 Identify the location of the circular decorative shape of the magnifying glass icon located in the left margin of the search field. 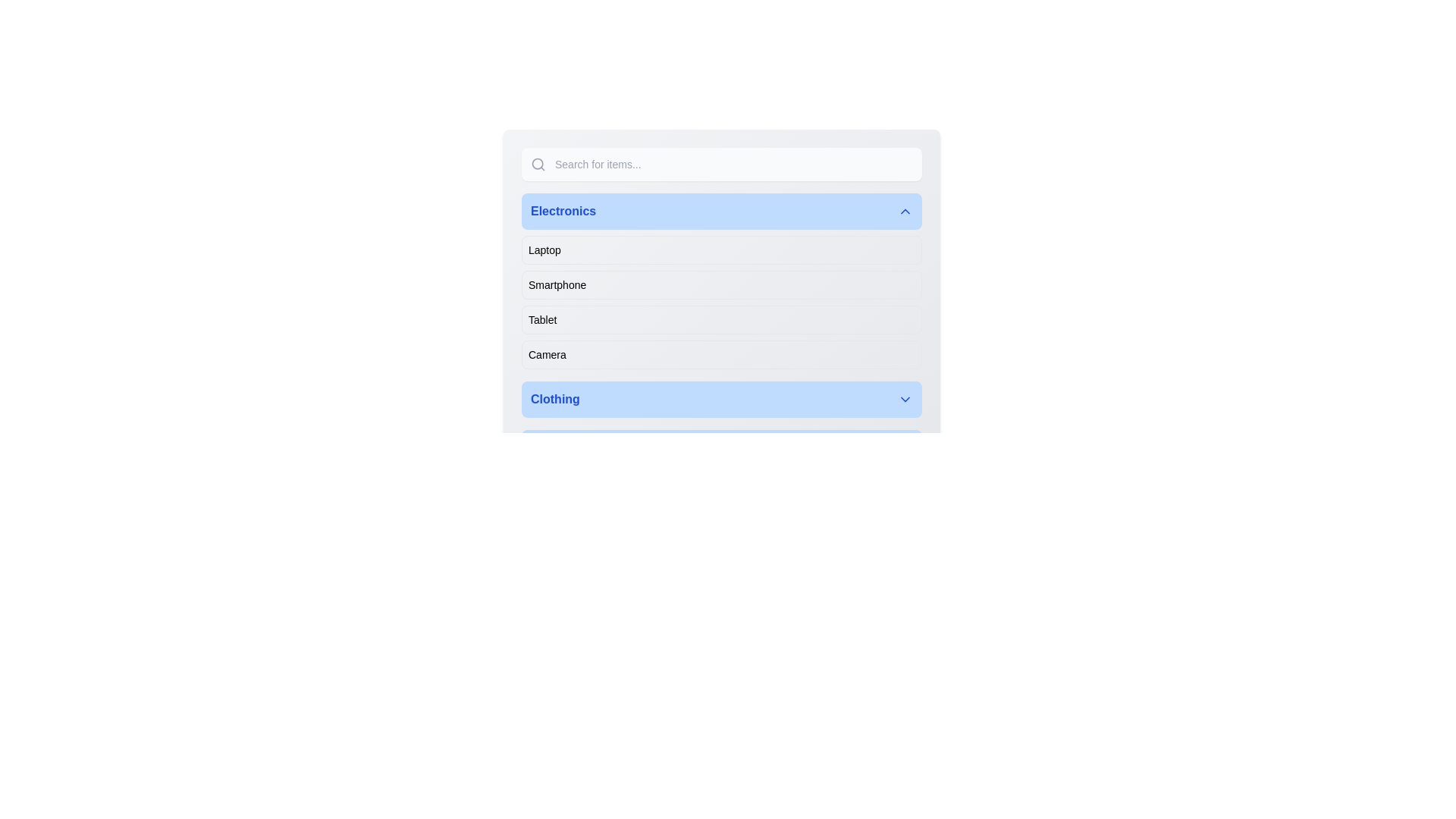
(538, 164).